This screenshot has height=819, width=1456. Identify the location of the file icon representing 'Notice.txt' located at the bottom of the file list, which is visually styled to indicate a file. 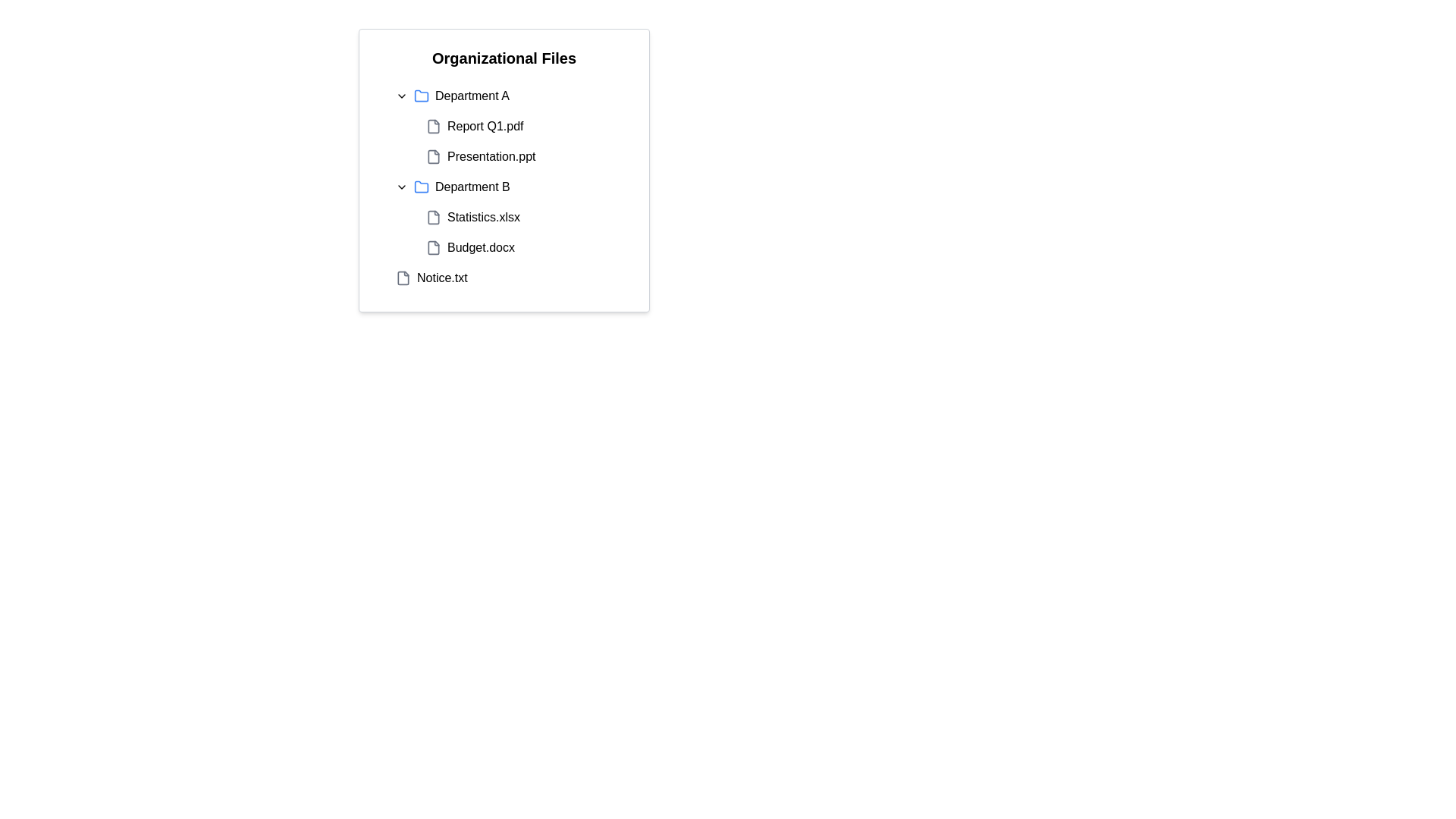
(403, 278).